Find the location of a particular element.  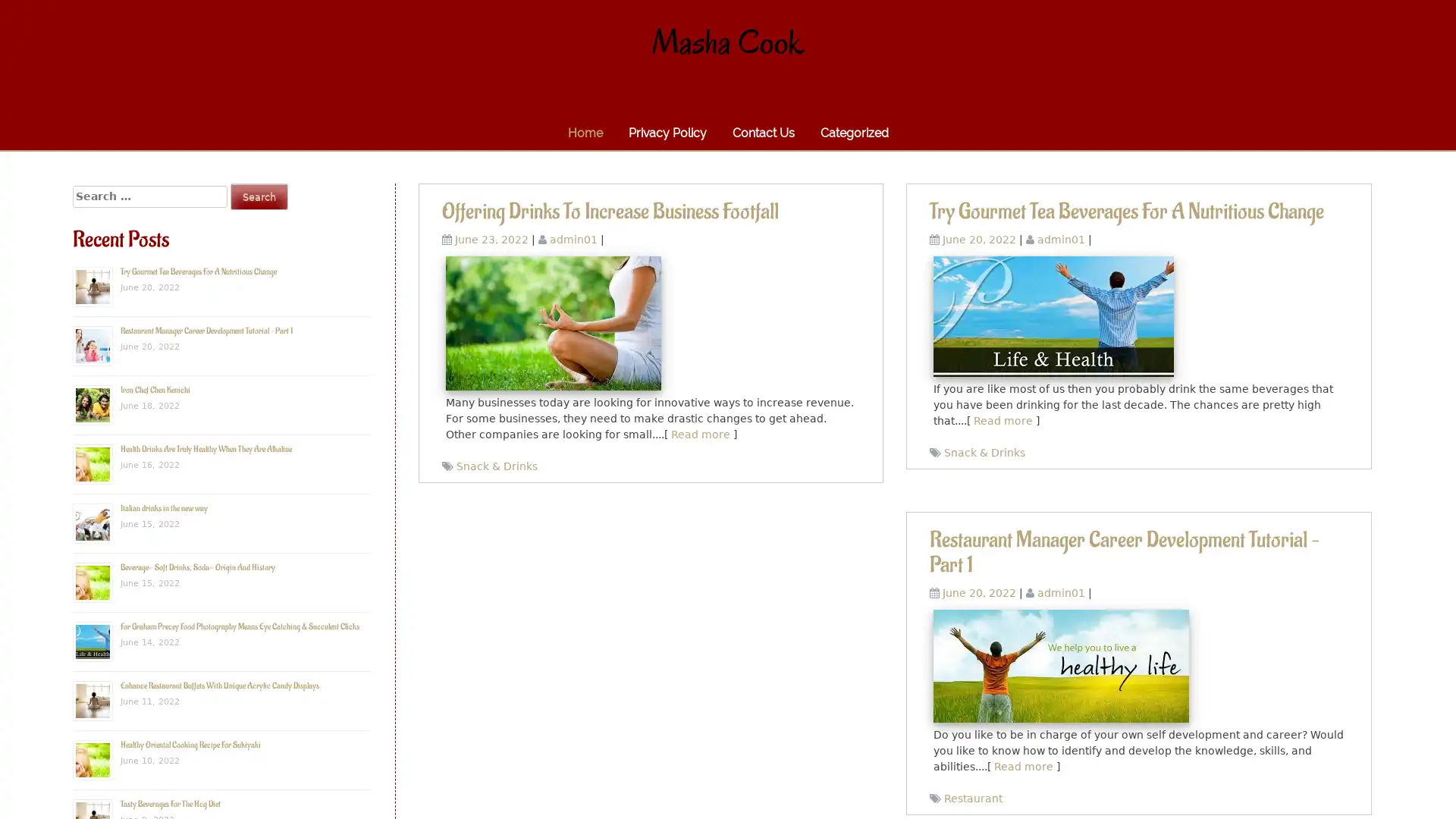

Search is located at coordinates (259, 196).